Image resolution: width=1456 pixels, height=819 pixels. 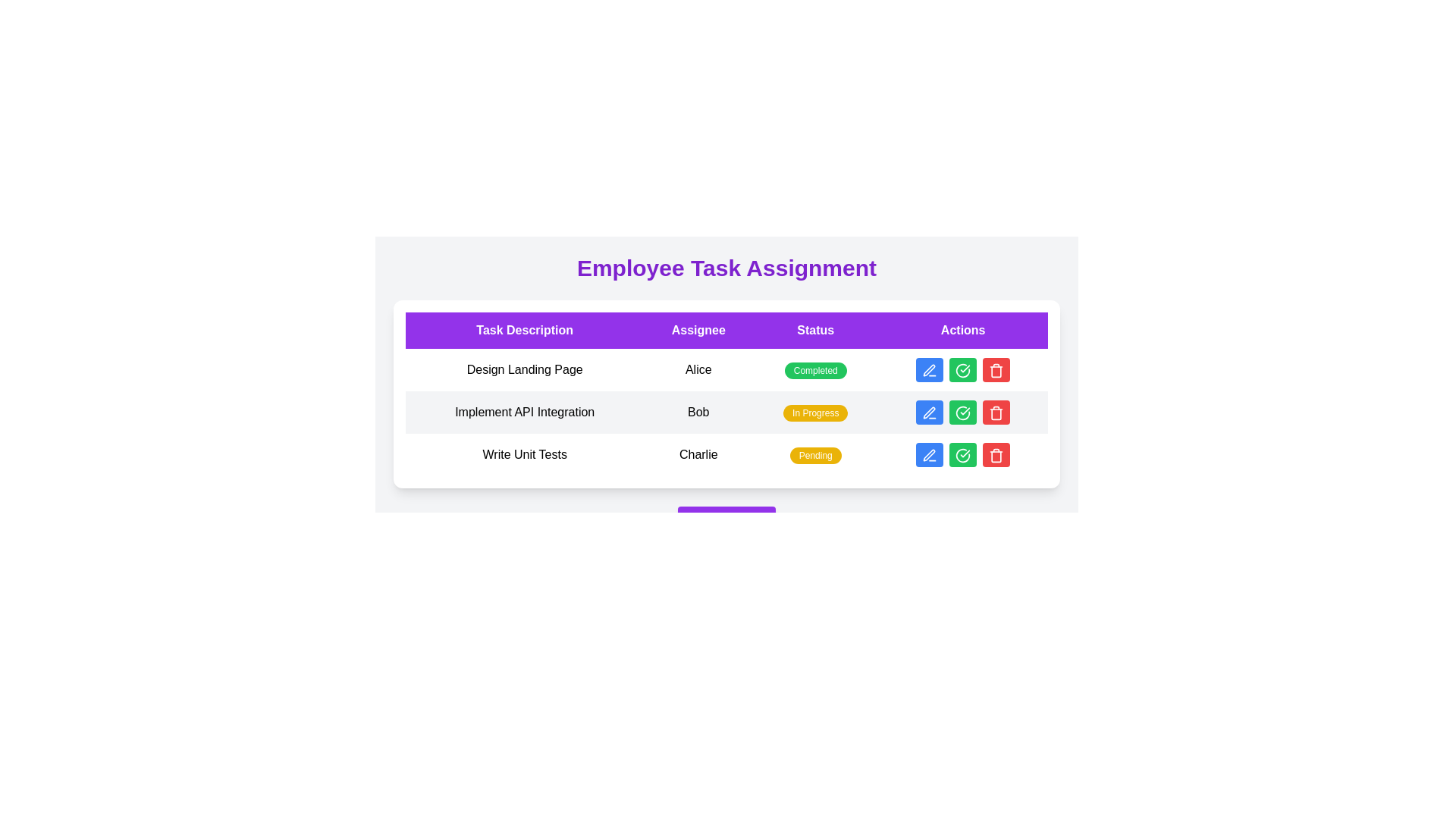 I want to click on the green circular checkmark icon within the button group in the second row of the 'Actions' column, so click(x=962, y=412).